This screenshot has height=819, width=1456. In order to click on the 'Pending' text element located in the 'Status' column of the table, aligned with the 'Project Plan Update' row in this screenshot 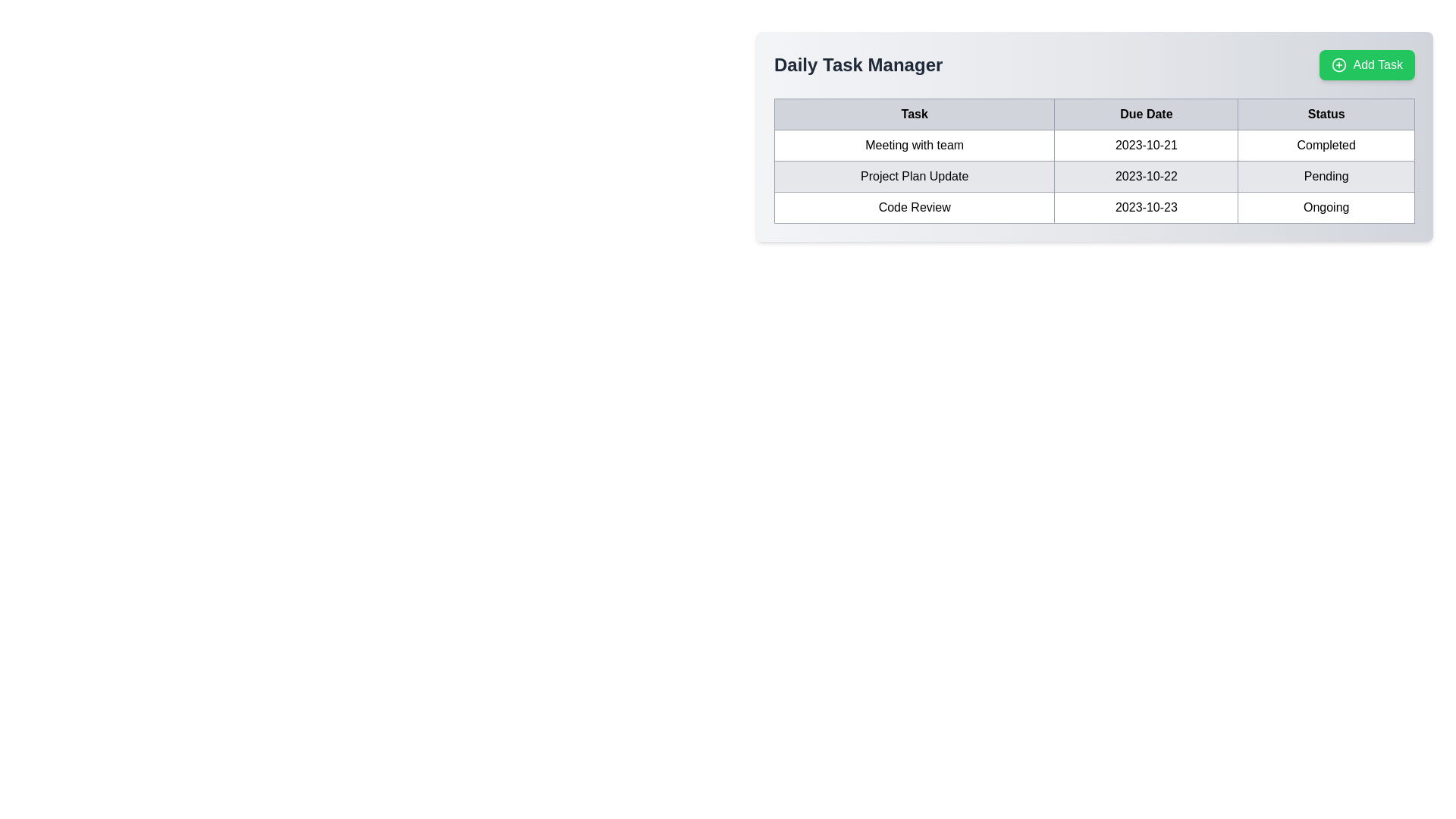, I will do `click(1326, 175)`.